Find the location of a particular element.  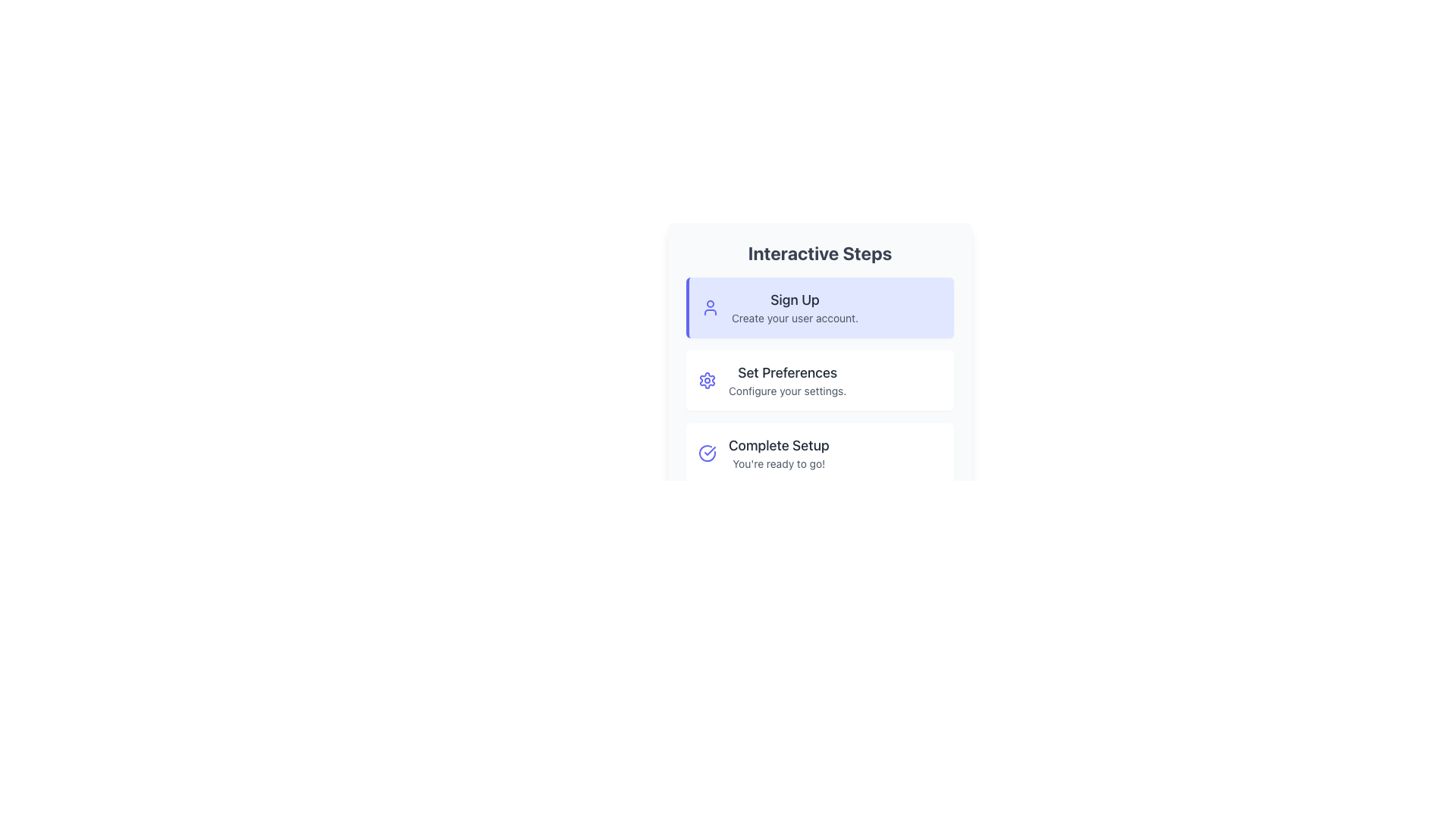

the settings icon located in the third step of the 'Interactive Steps' widget, adjacent to the 'Set Preferences' text is located at coordinates (706, 379).